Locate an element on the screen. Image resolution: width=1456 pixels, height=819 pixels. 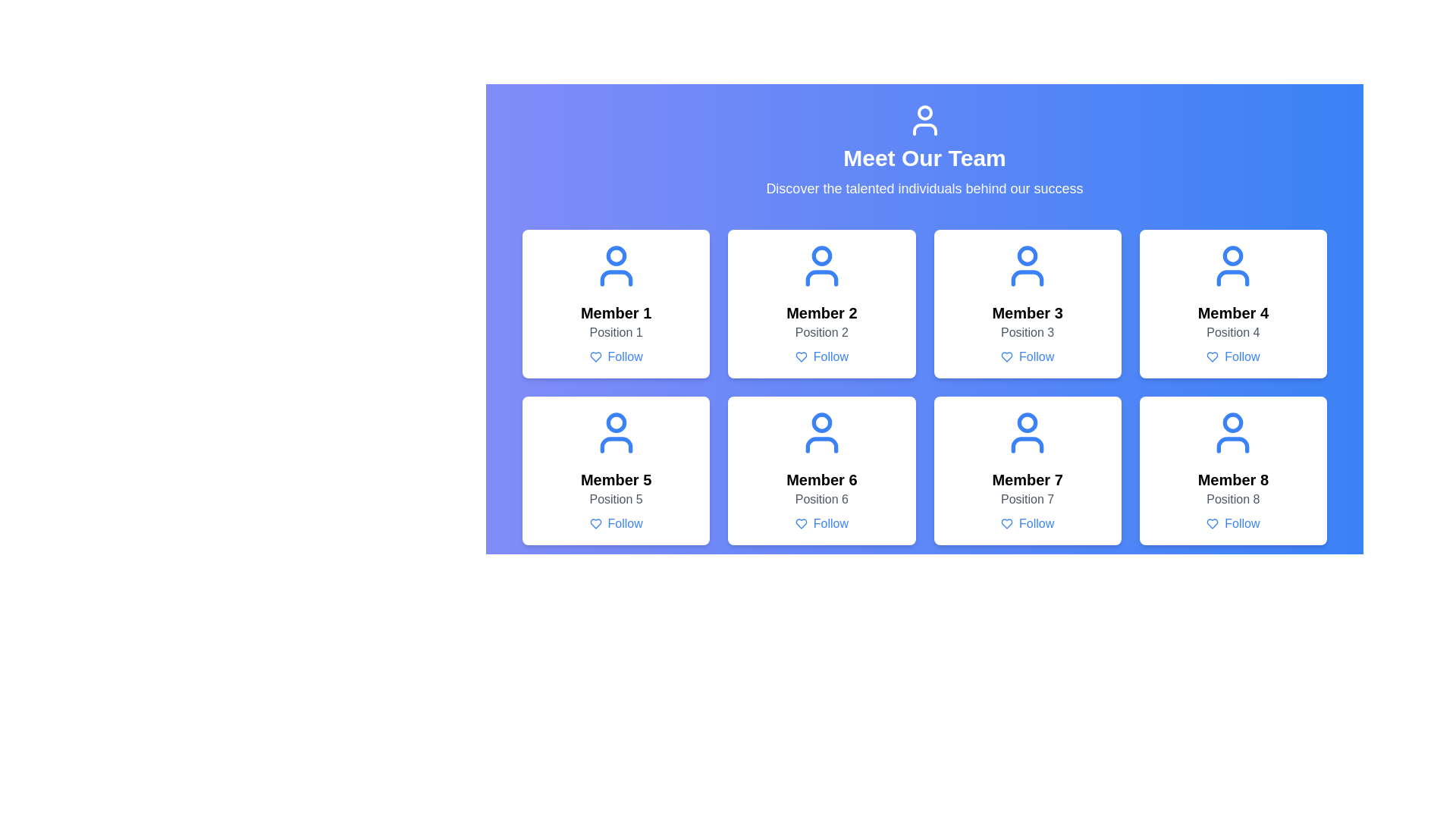
the torso section of the user icon located in the bottom-right tile of the grid layout, which is the second subcomponent of the SVG graphic is located at coordinates (1233, 444).